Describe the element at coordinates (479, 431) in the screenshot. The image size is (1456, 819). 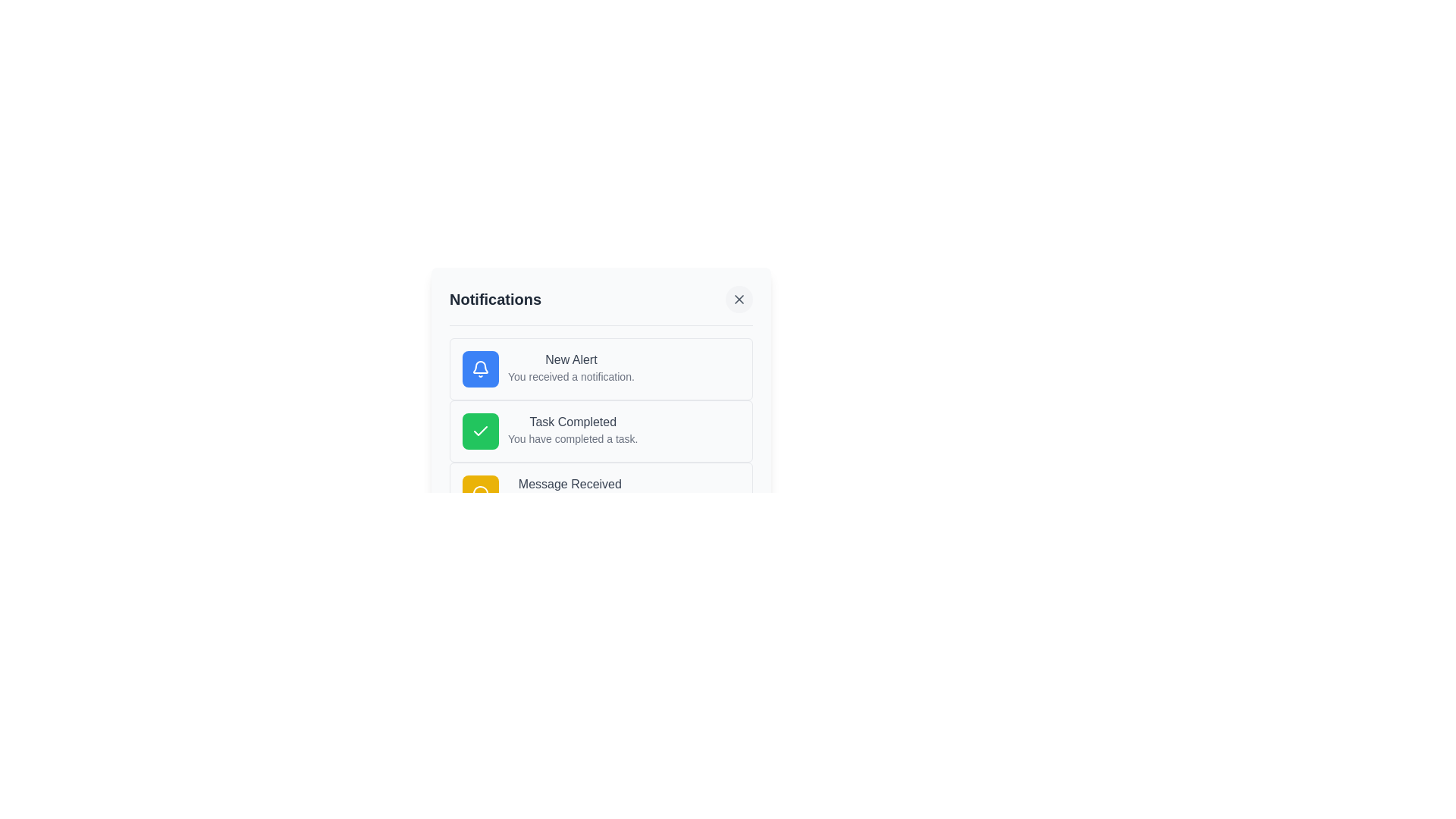
I see `the green checkmark icon located to the left of the 'Task Completed' notification text, indicating a completed task` at that location.